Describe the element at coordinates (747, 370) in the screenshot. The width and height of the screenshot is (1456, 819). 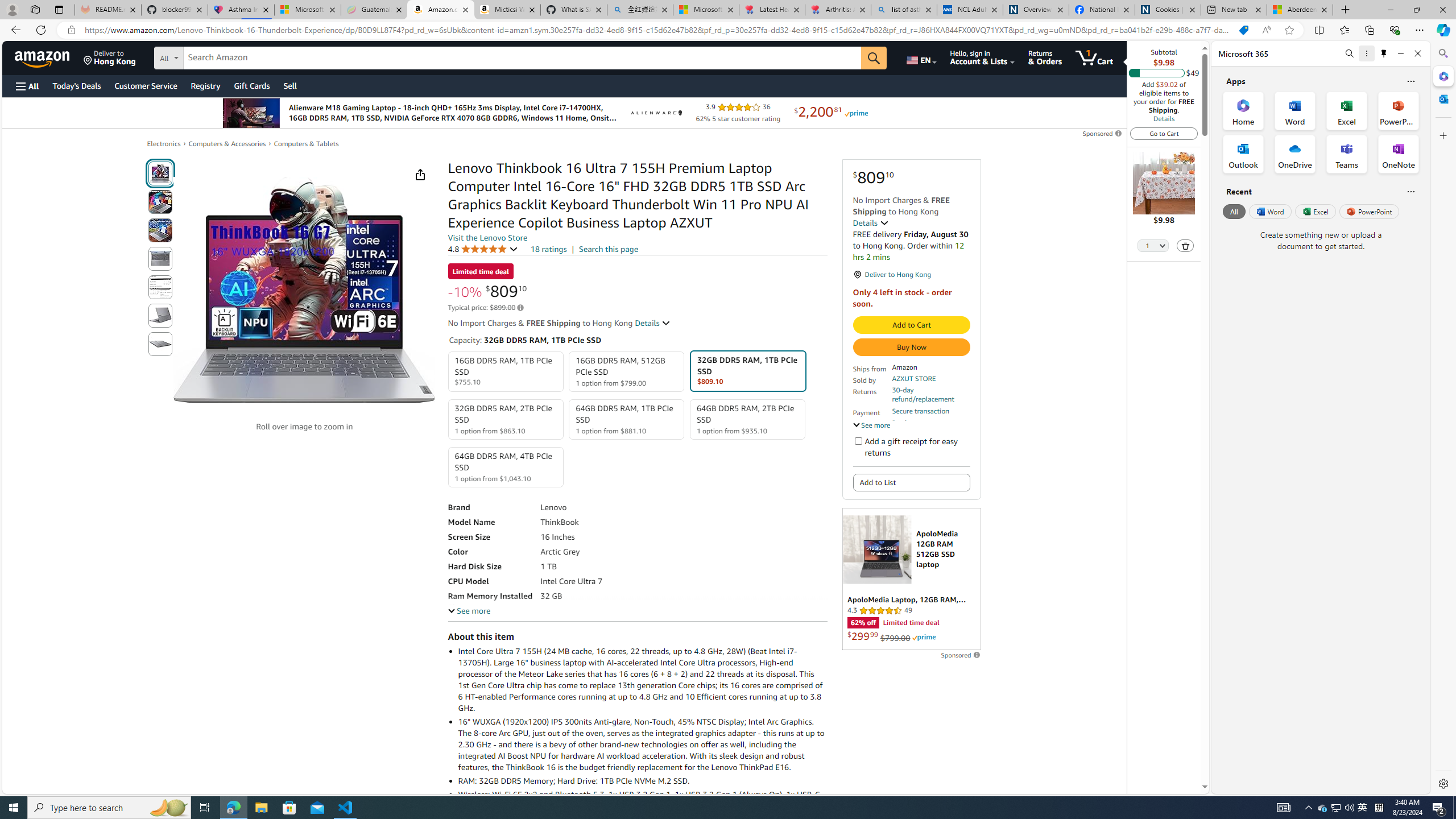
I see `'32GB DDR5 RAM, 1TB PCIe SSD $809.10'` at that location.